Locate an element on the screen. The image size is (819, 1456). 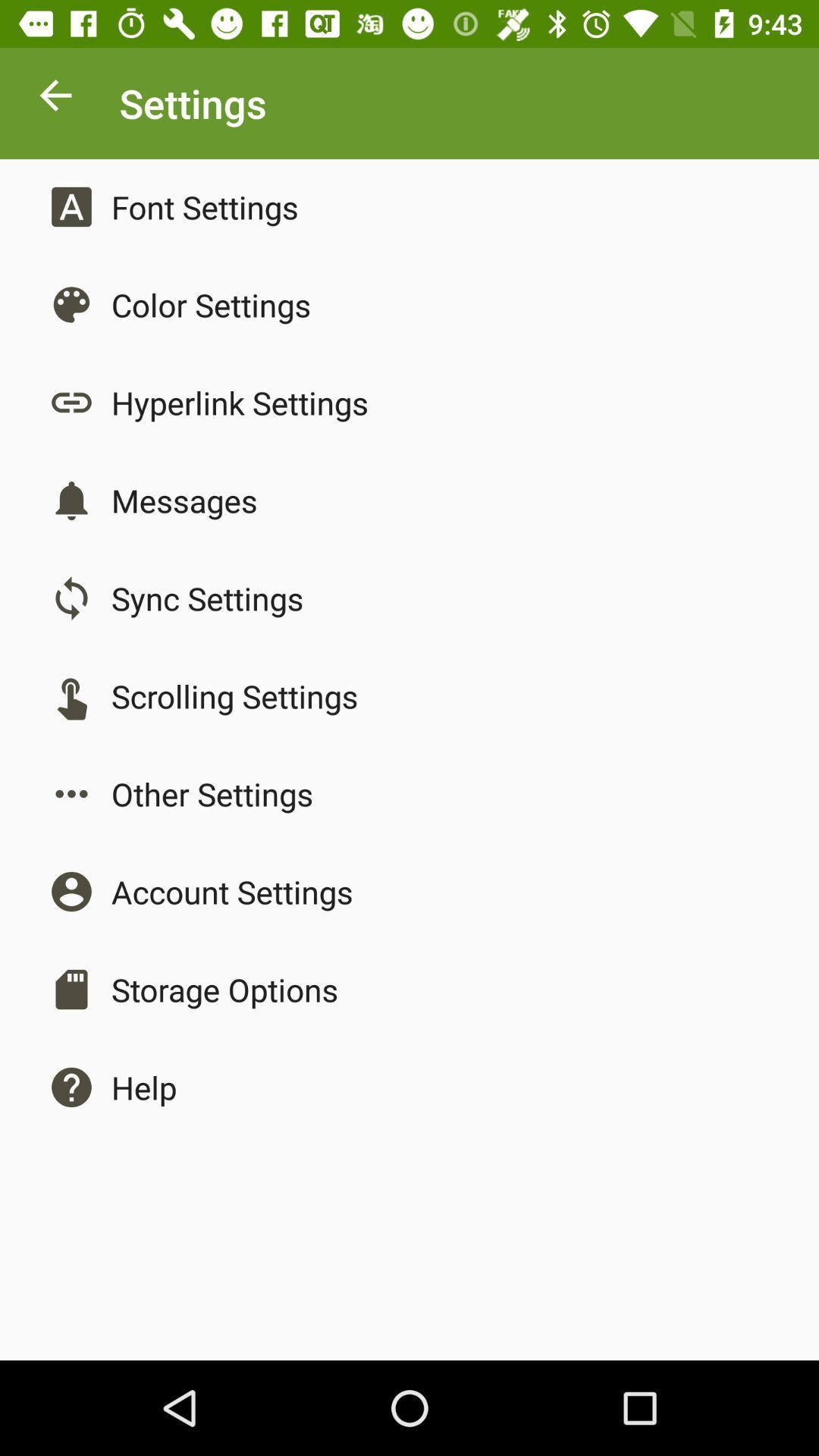
storage options icon is located at coordinates (224, 990).